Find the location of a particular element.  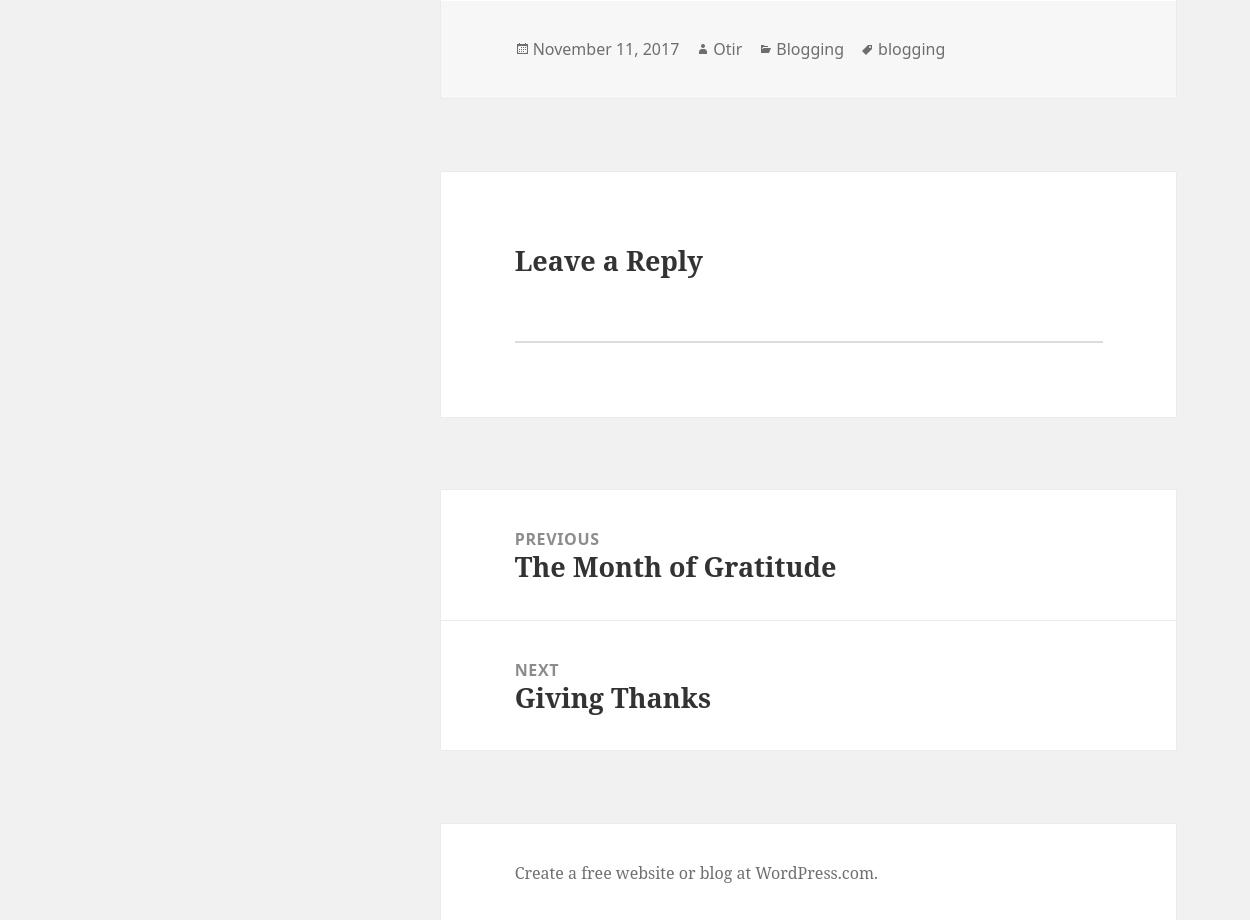

'blogging' is located at coordinates (911, 49).